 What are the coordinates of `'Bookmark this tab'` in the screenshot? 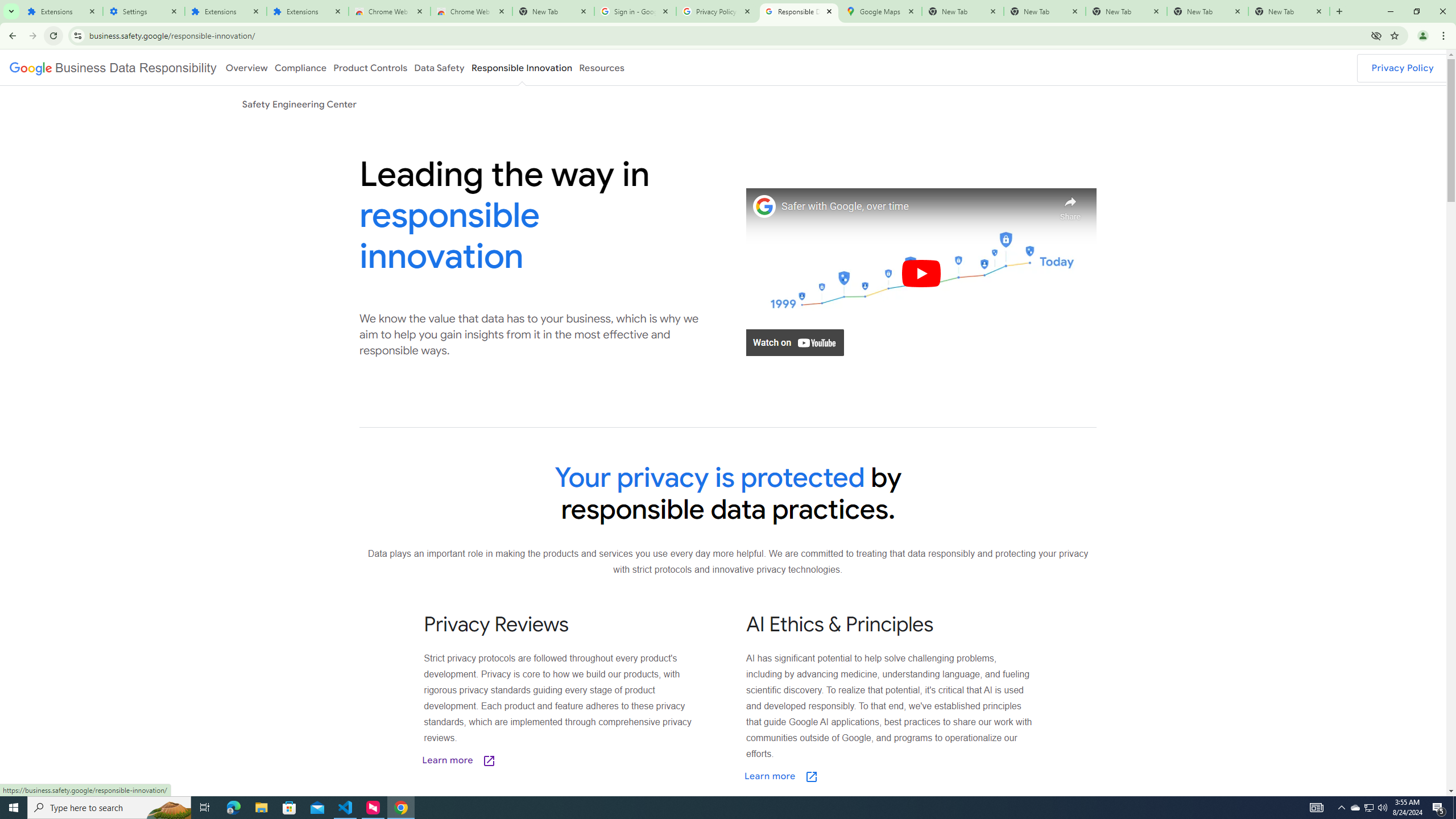 It's located at (1393, 35).